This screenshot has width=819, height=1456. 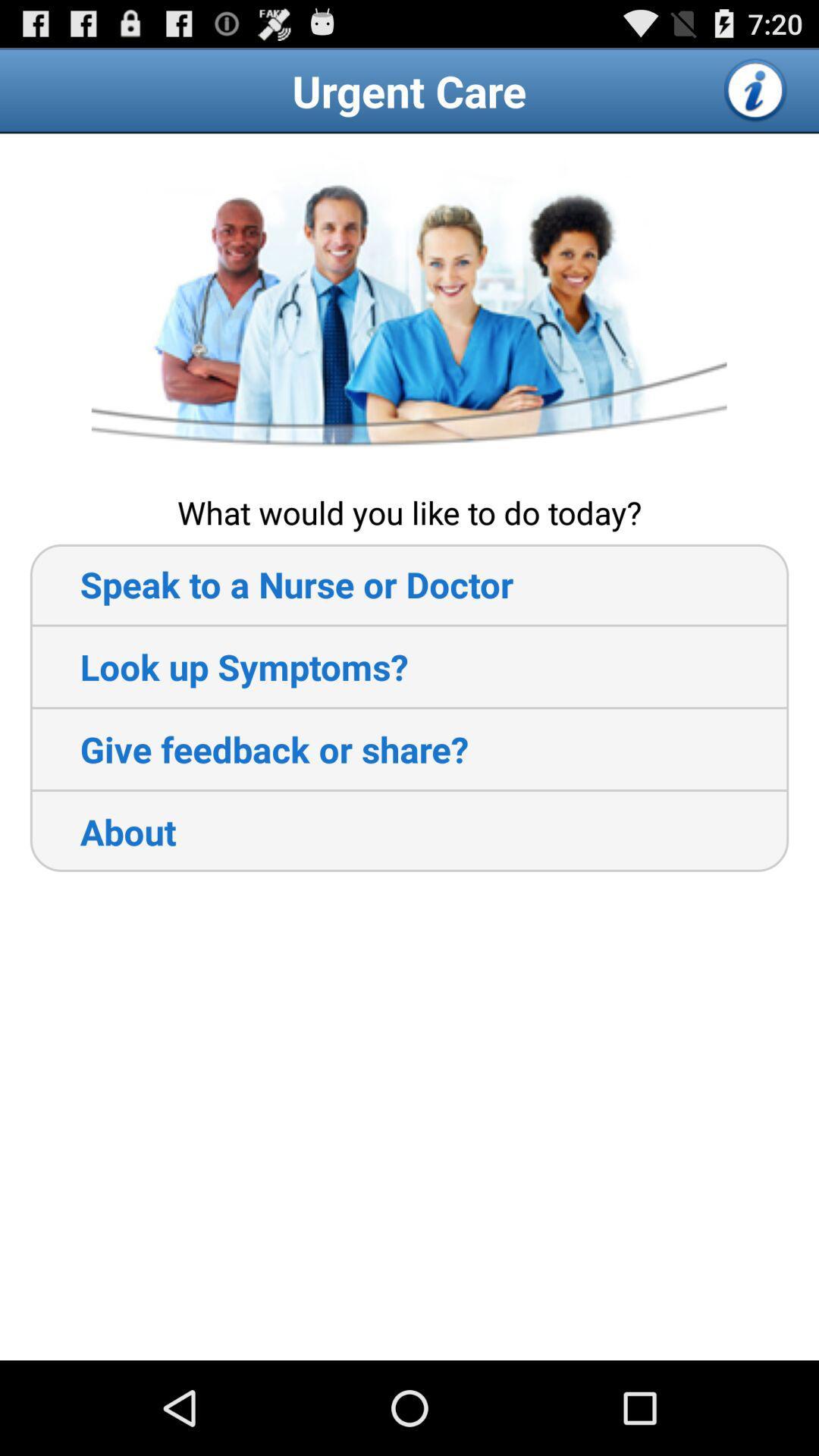 I want to click on the item above the give feedback or, so click(x=219, y=667).